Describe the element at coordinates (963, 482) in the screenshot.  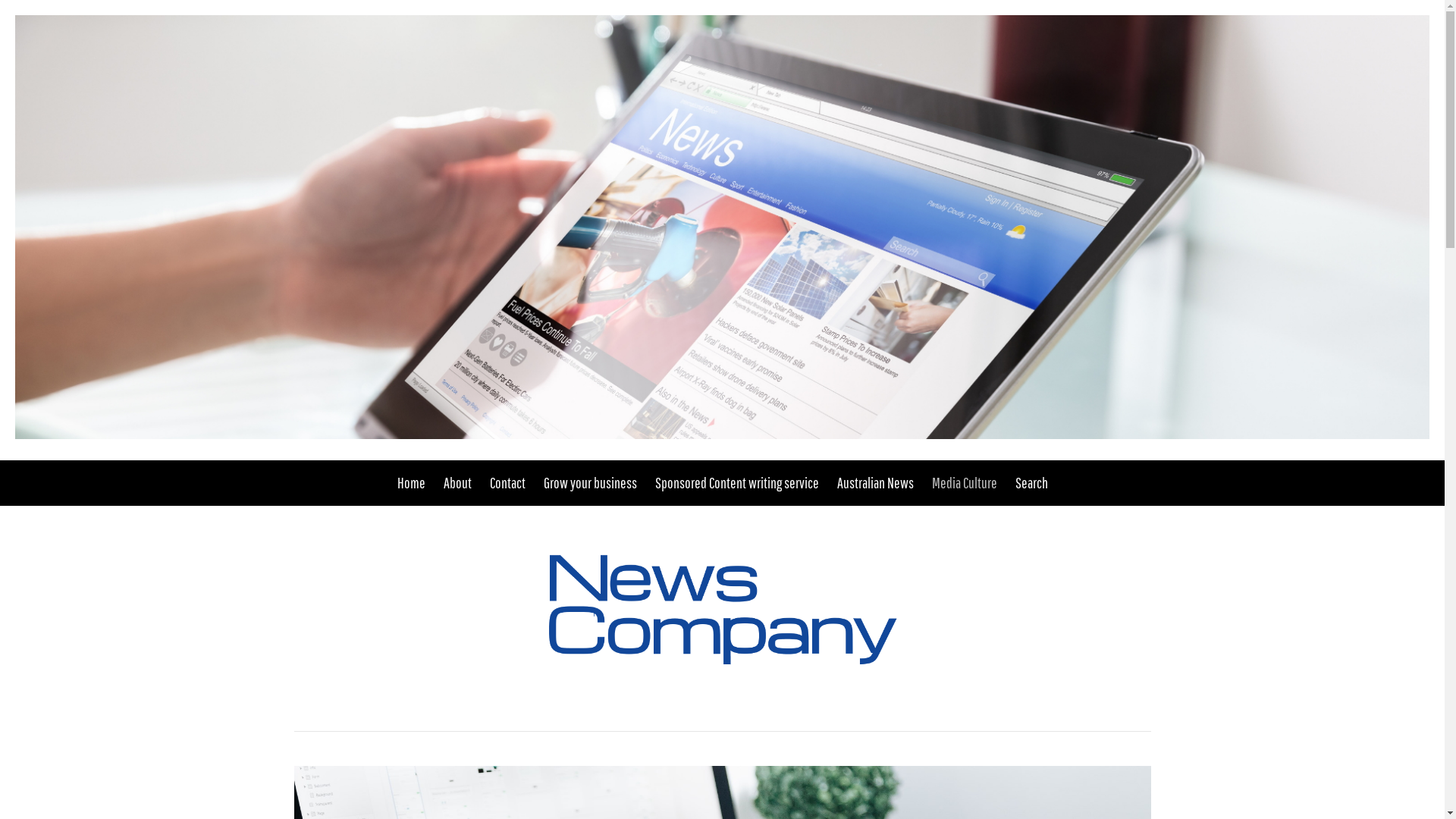
I see `'Media Culture'` at that location.